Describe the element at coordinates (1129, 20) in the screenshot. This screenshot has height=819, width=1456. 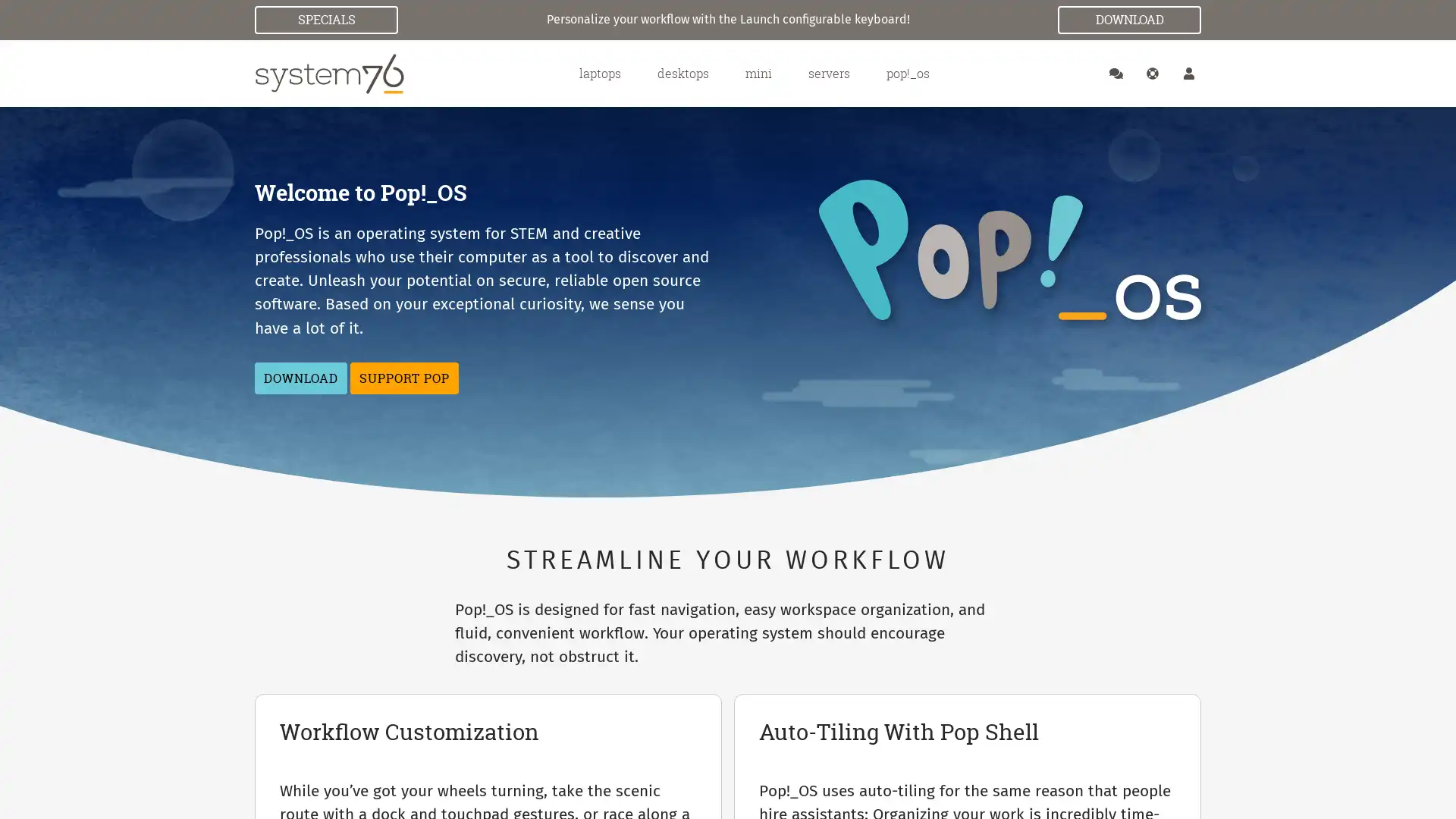
I see `DOWNLOAD` at that location.